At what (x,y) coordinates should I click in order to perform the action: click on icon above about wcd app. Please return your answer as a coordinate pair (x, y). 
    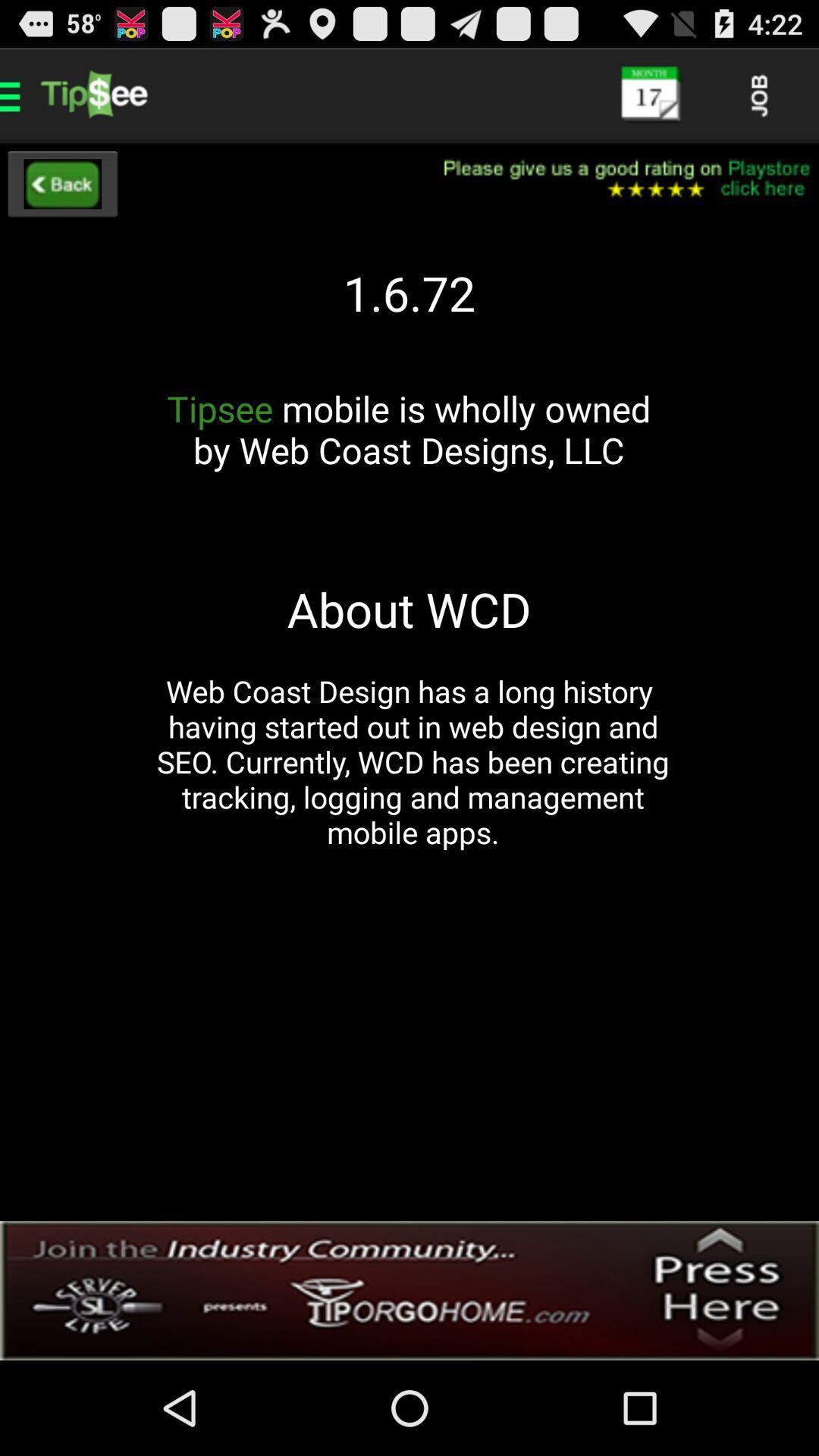
    Looking at the image, I should click on (408, 450).